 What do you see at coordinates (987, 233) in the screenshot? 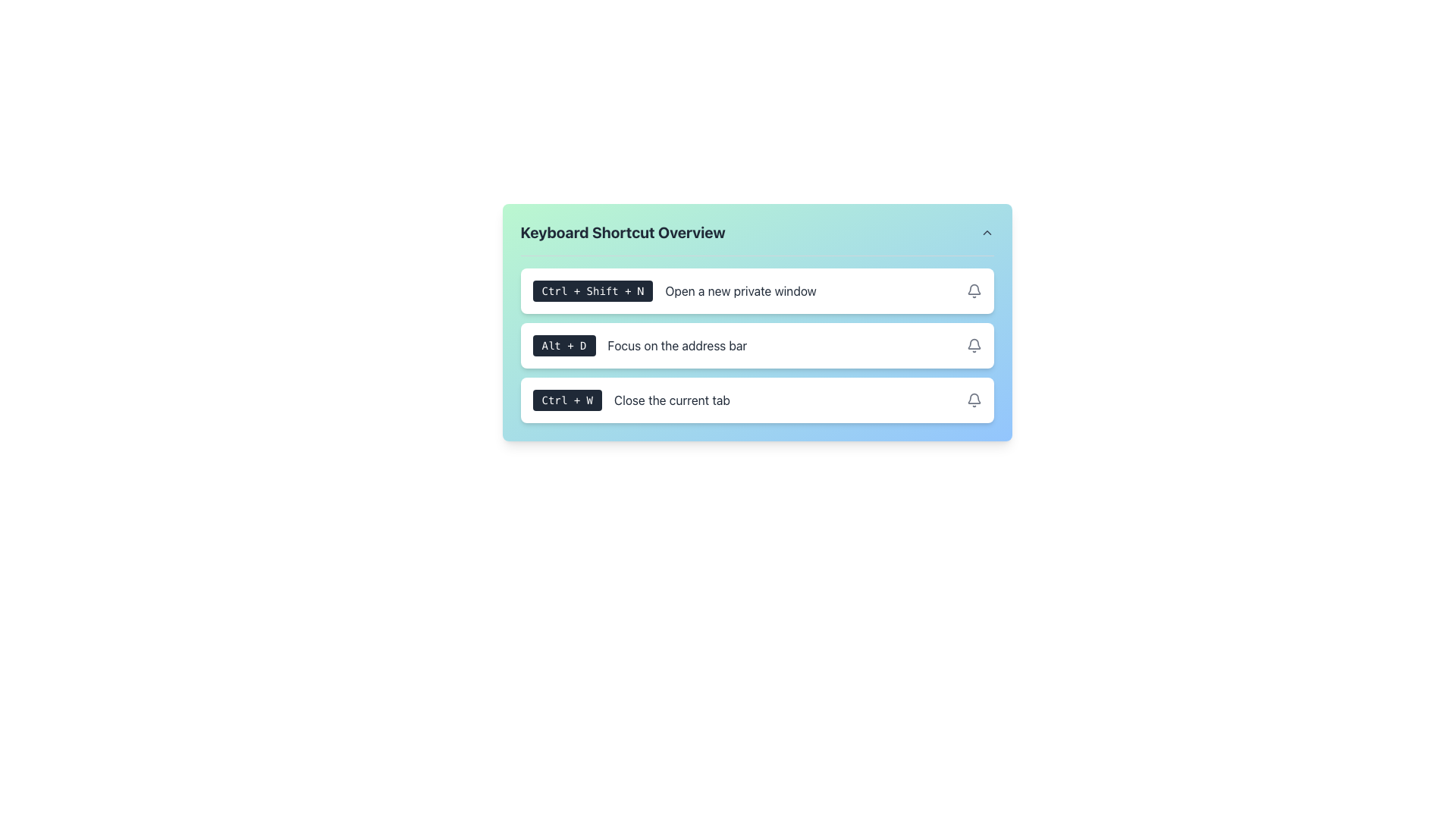
I see `the upward-facing chevron icon button located` at bounding box center [987, 233].